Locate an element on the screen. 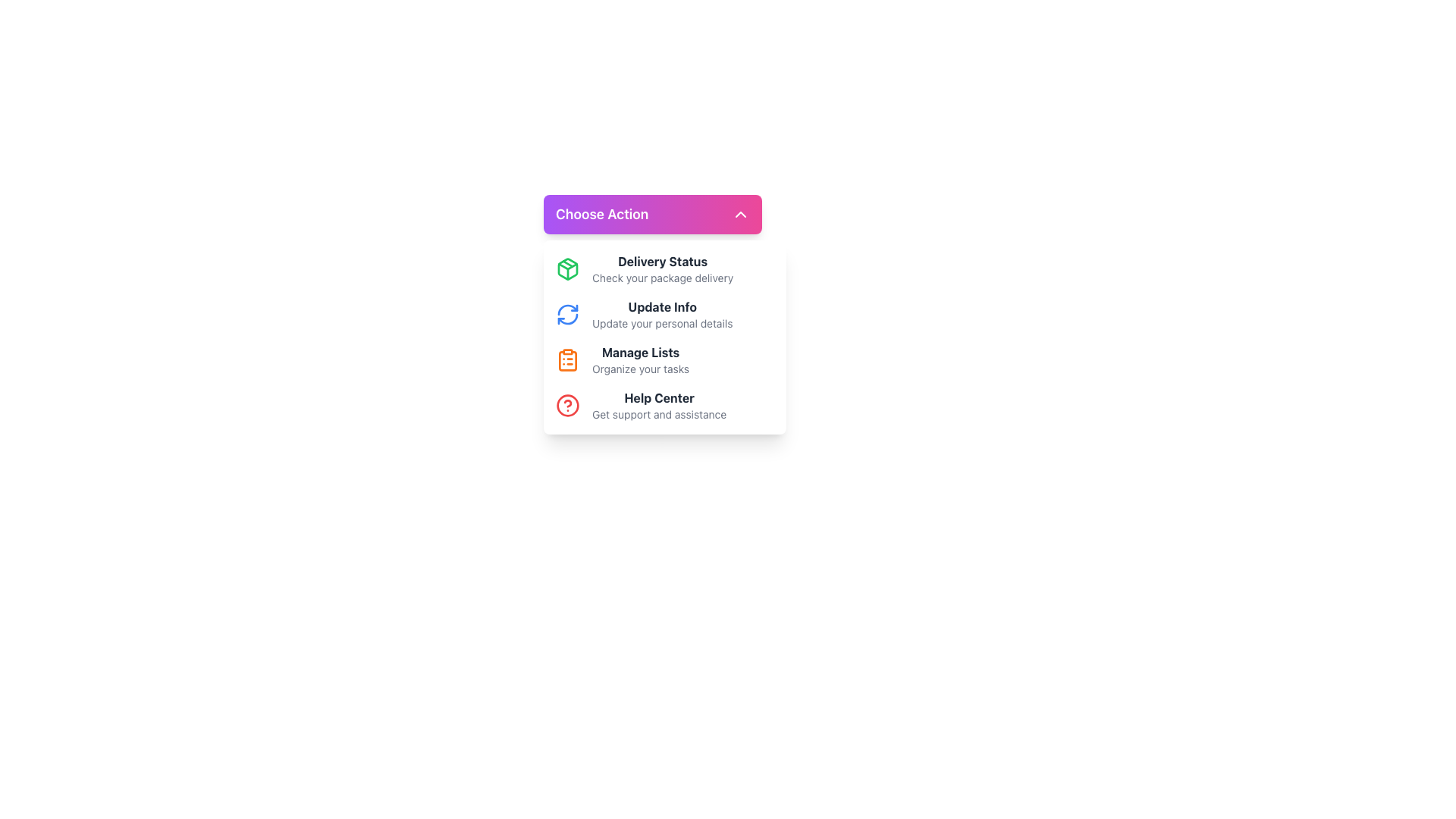 The width and height of the screenshot is (1456, 819). the Static Text Label that states 'Organize your tasks', which is styled in a smaller font size and light gray color, located directly below the 'Manage Lists' title is located at coordinates (640, 369).